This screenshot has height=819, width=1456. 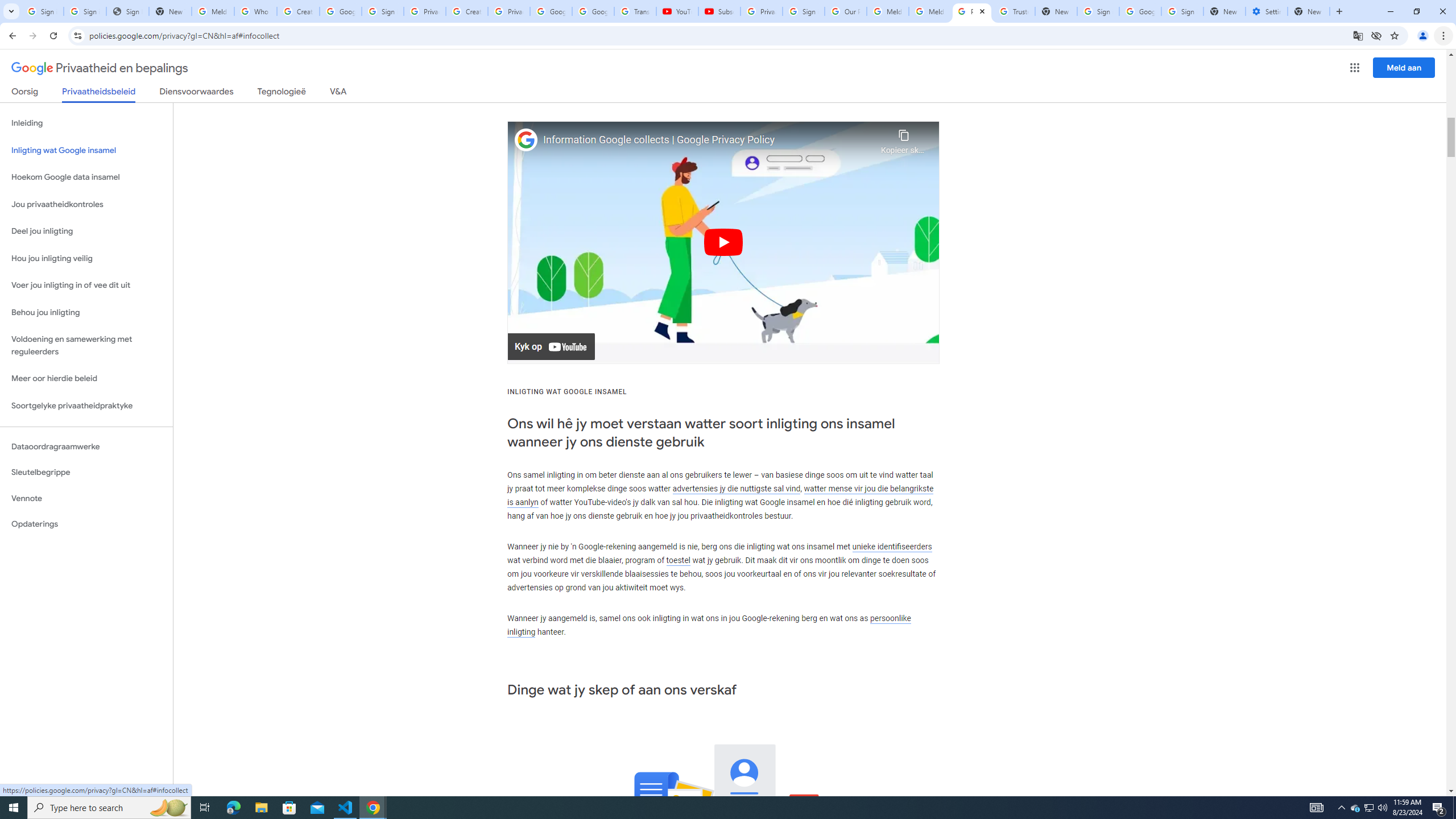 What do you see at coordinates (86, 312) in the screenshot?
I see `'Behou jou inligting'` at bounding box center [86, 312].